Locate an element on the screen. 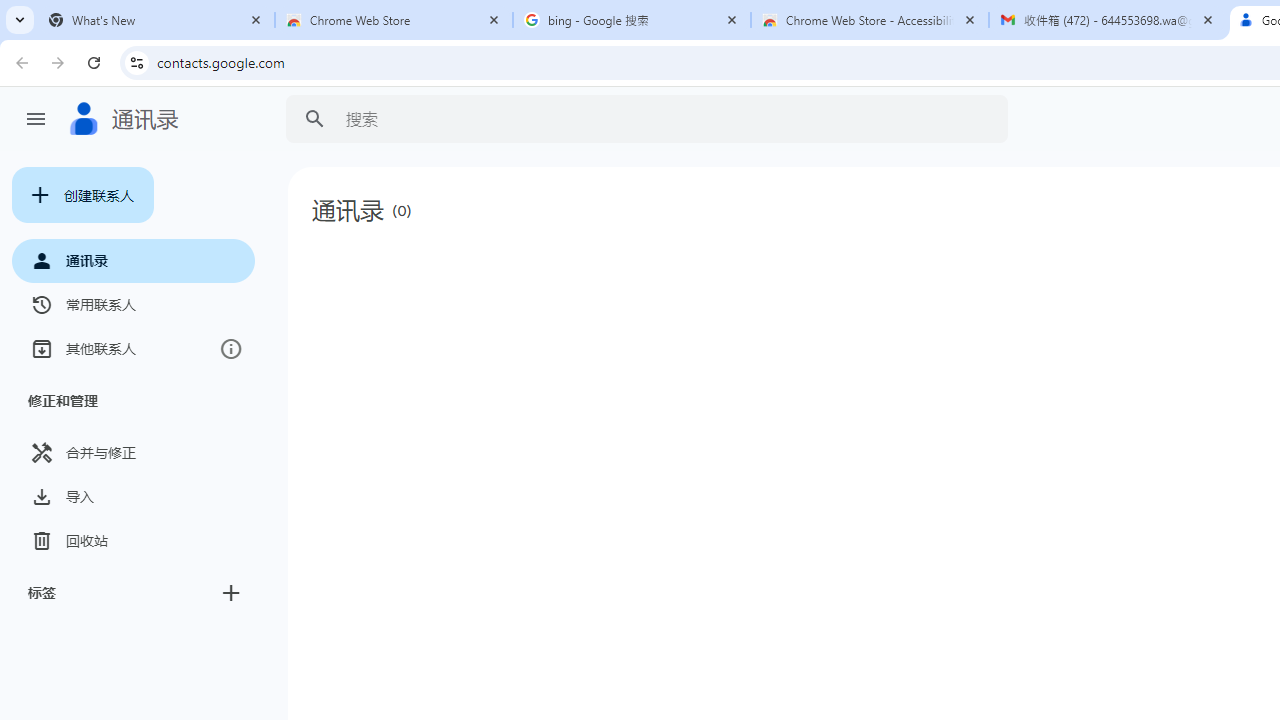 Image resolution: width=1280 pixels, height=720 pixels. 'Chrome Web Store - Accessibility' is located at coordinates (870, 20).